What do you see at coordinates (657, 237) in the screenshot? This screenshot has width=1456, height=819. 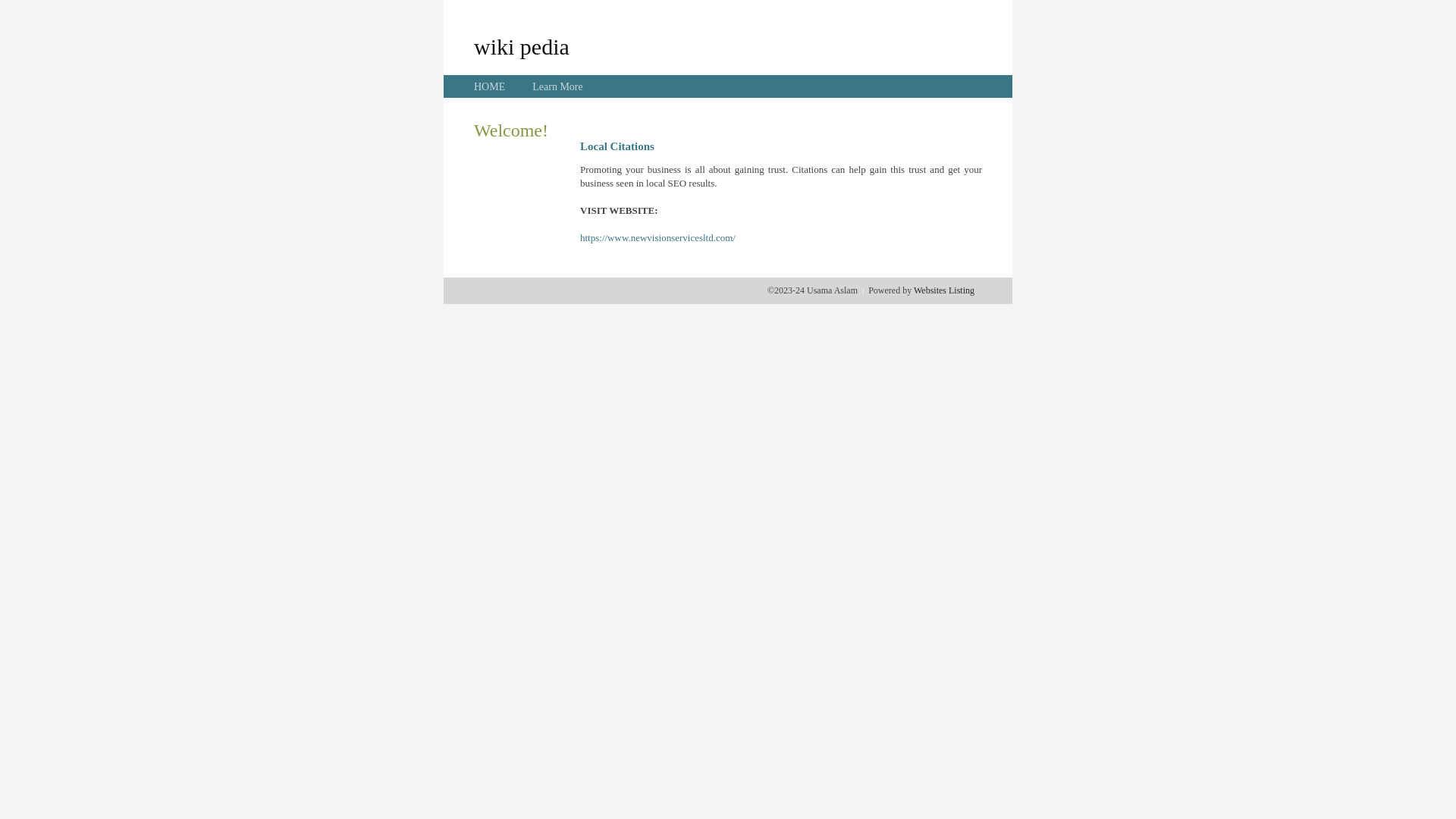 I see `'https://www.newvisionservicesltd.com/'` at bounding box center [657, 237].